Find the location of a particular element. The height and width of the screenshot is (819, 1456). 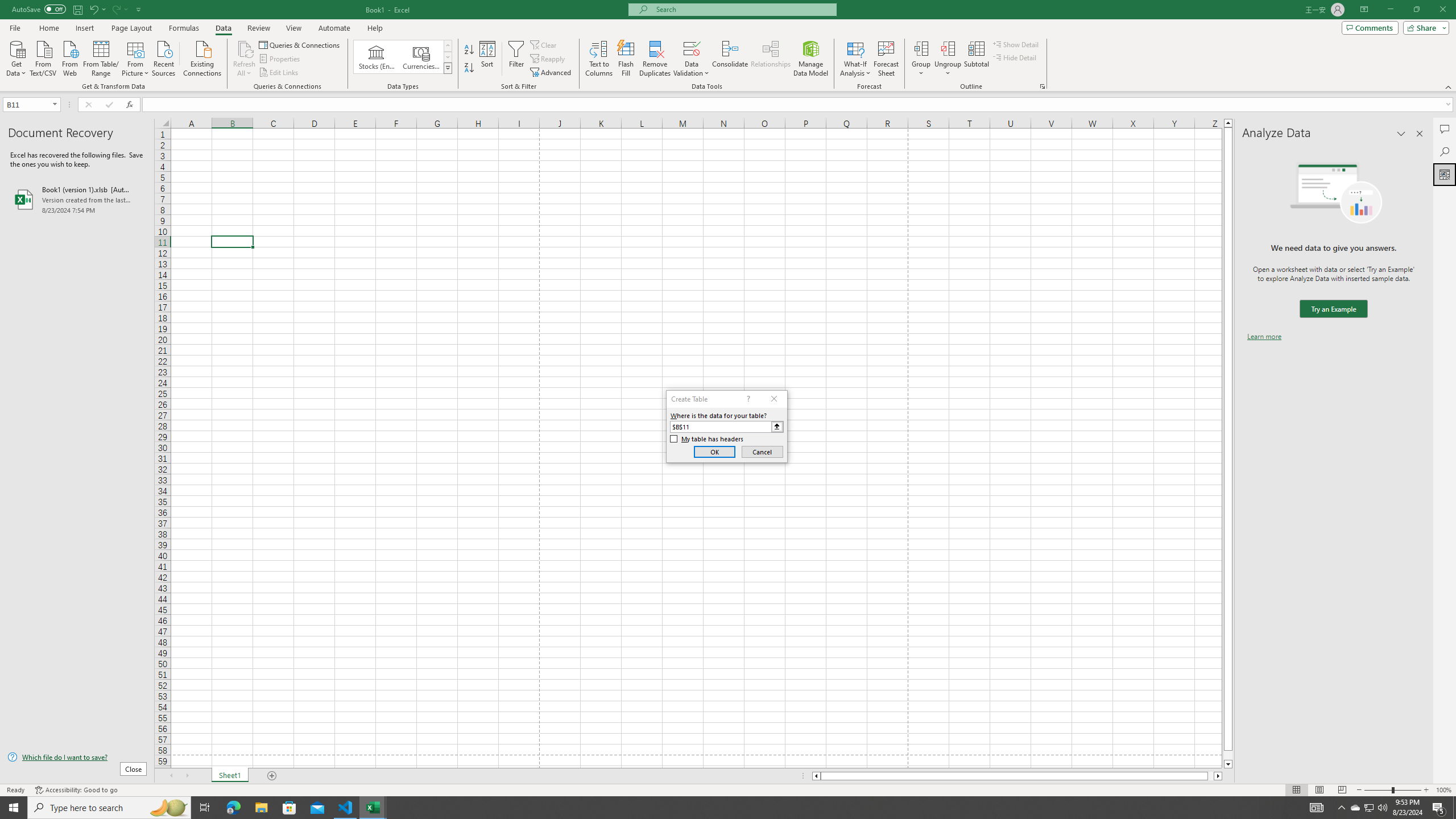

'Book1 (version 1).xlsb  [AutoRecovered]' is located at coordinates (76, 198).